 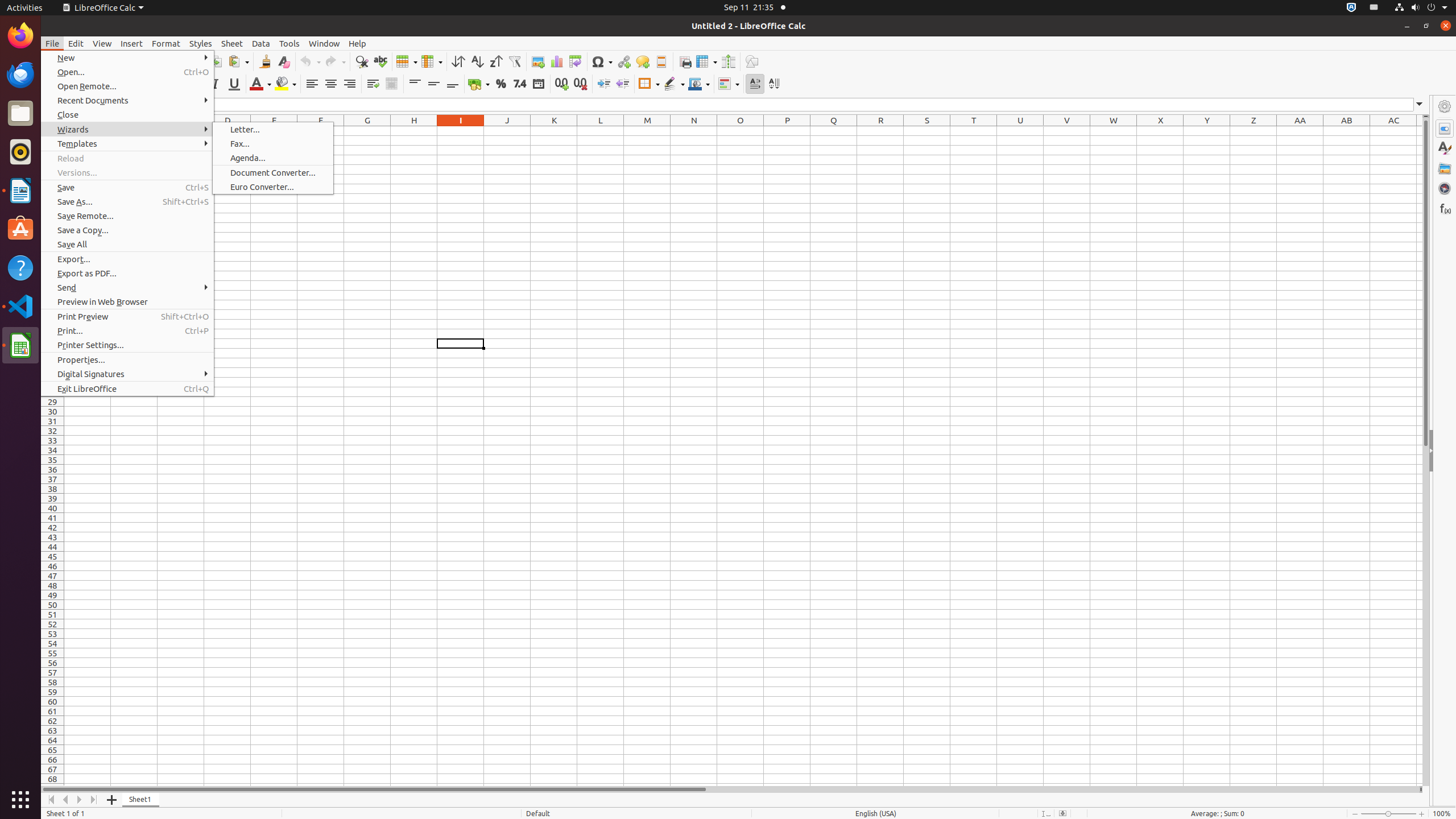 What do you see at coordinates (273, 172) in the screenshot?
I see `'Document Converter...'` at bounding box center [273, 172].